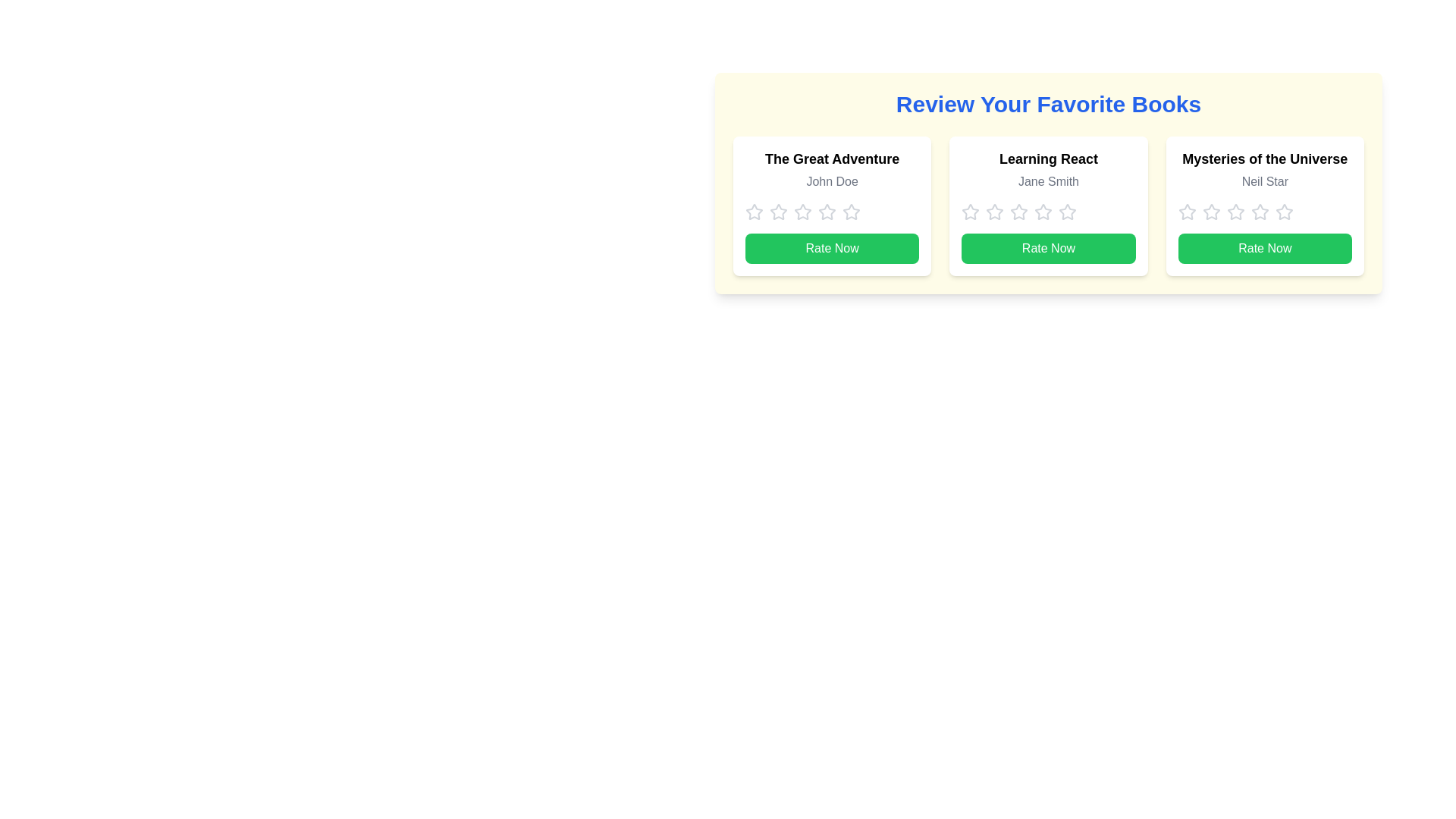 This screenshot has height=819, width=1456. Describe the element at coordinates (1235, 212) in the screenshot. I see `the fourth star rating icon for the book 'Mysteries of the Universe', located below 'Neil Star' and above the 'Rate Now' button` at that location.